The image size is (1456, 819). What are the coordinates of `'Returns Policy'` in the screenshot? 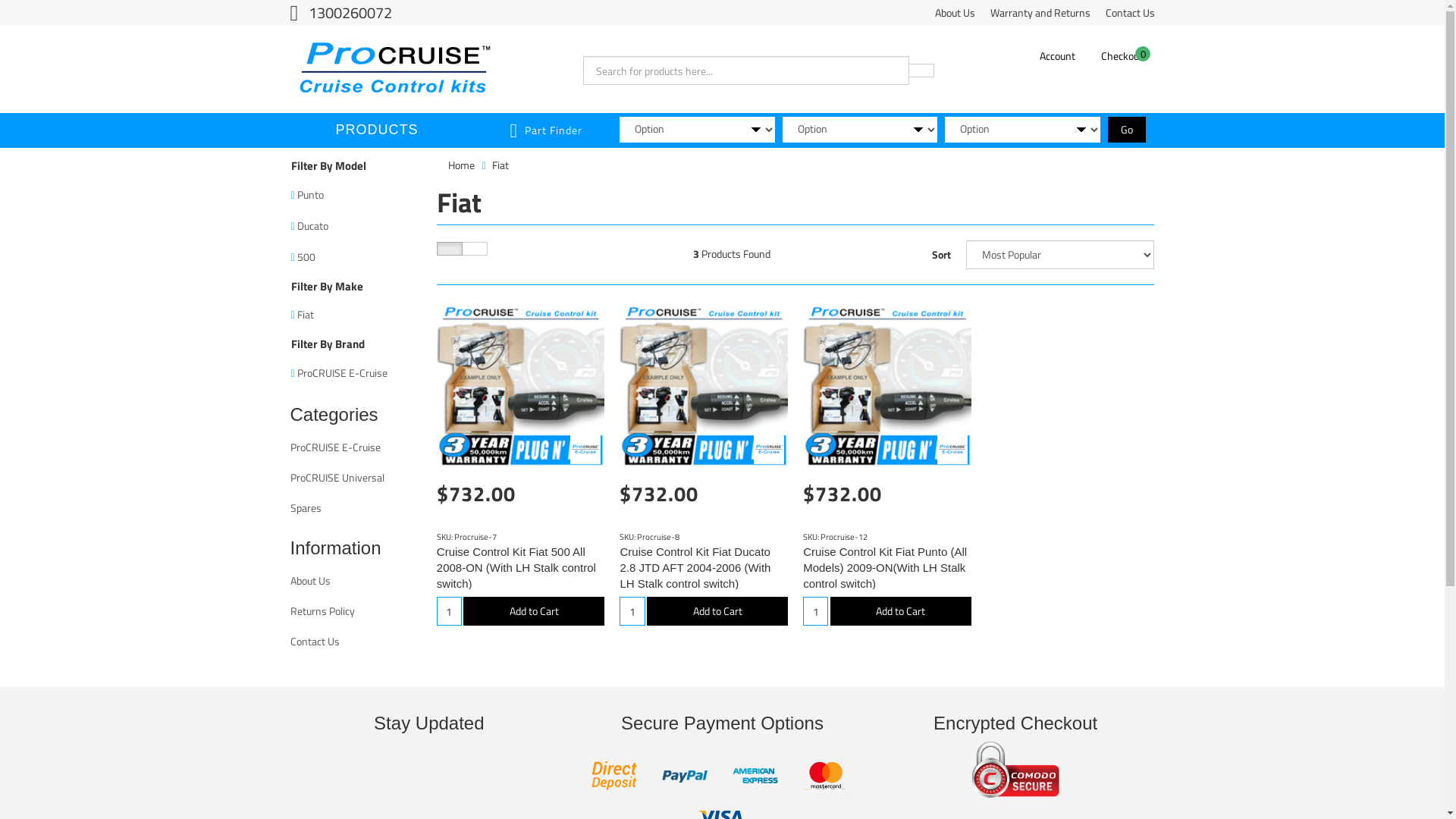 It's located at (354, 610).